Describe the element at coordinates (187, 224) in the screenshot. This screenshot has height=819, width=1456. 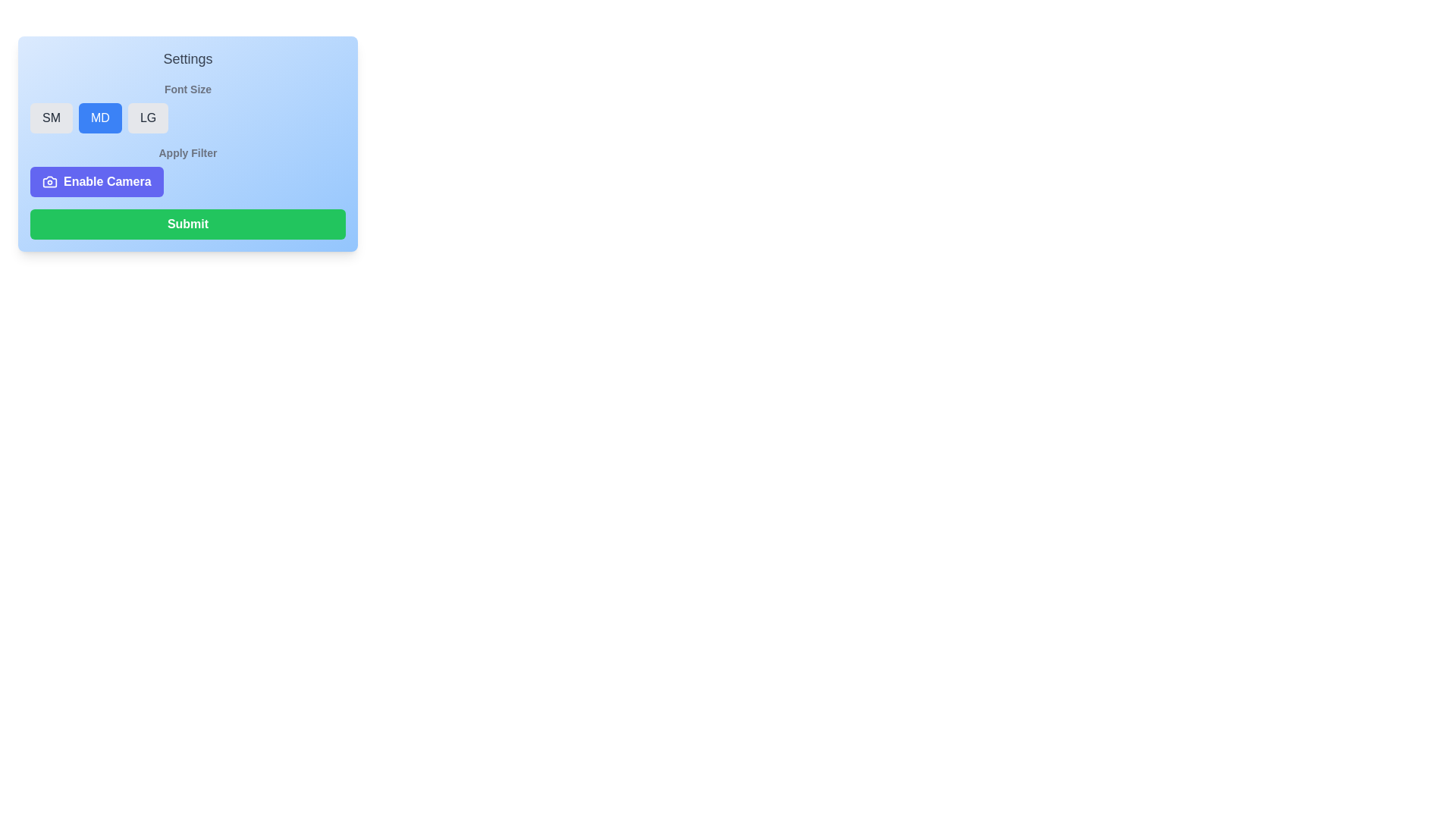
I see `the 'Submit' button located at the bottom of the 'Settings' card to finalize and submit changes` at that location.